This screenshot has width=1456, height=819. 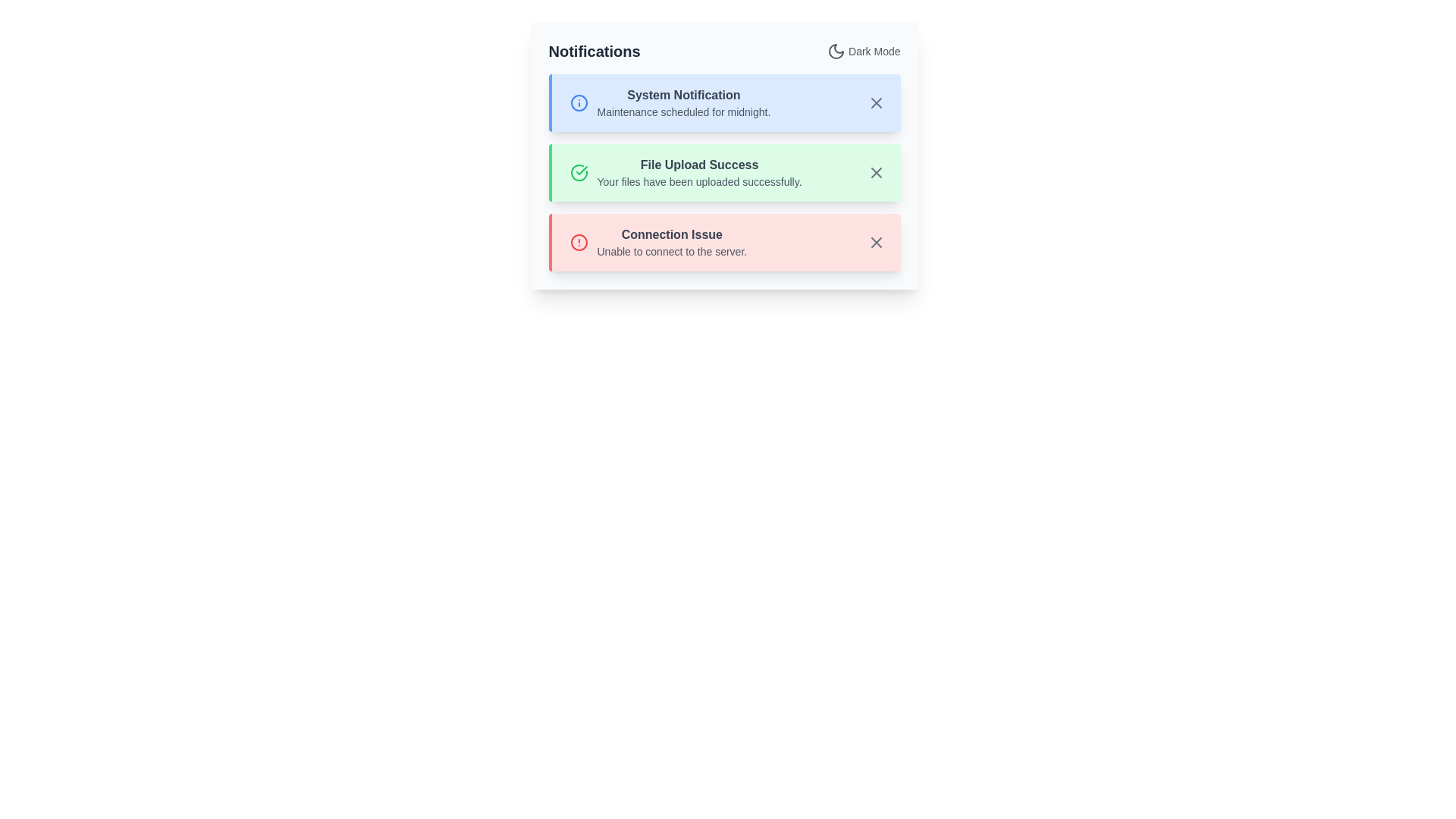 What do you see at coordinates (836, 51) in the screenshot?
I see `the moon-shaped icon with a hollow center and gray stroke outline, which is located next to the 'Dark Mode' text label in the top right corner of the layout` at bounding box center [836, 51].